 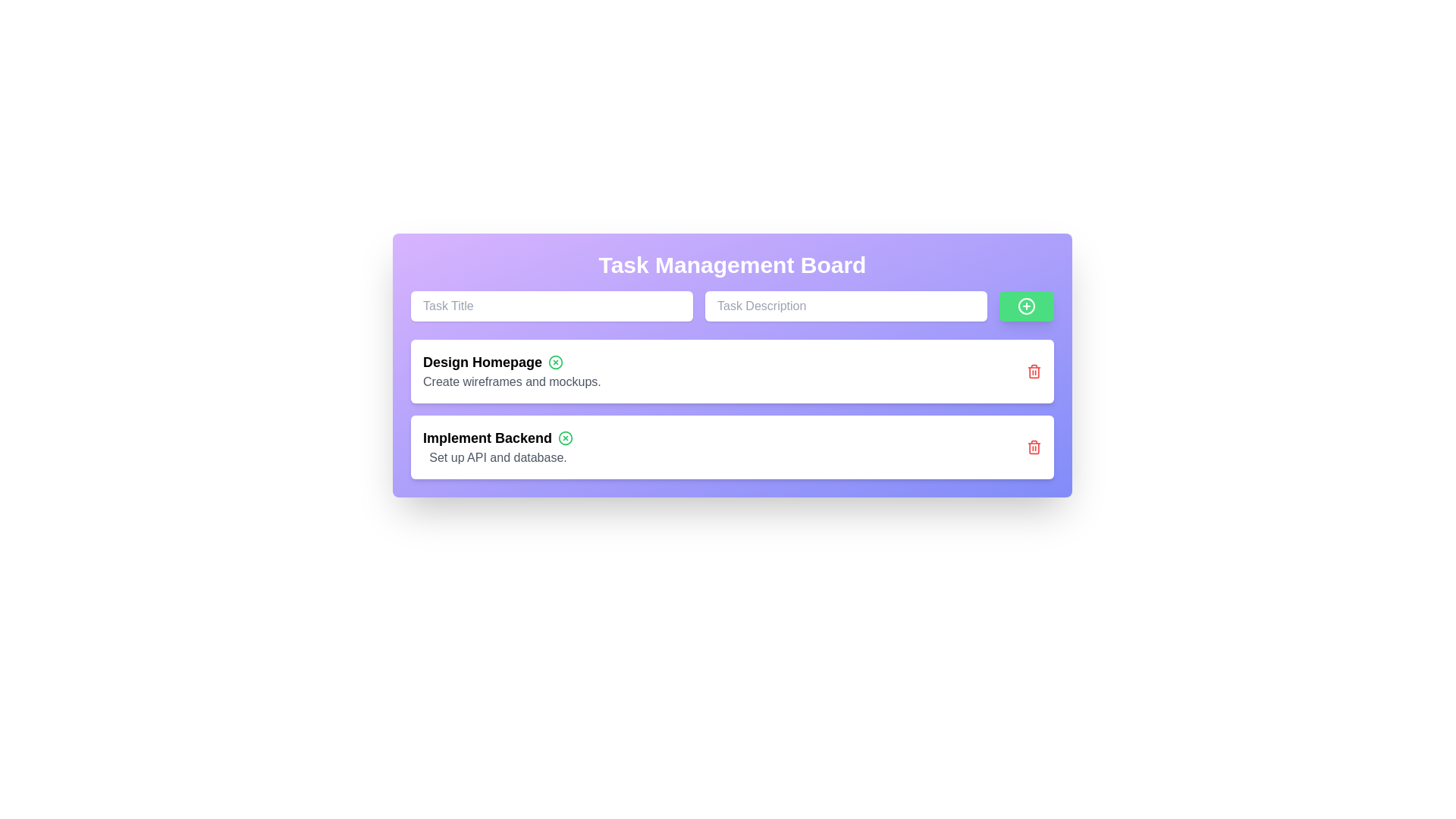 What do you see at coordinates (1033, 447) in the screenshot?
I see `the delete button located at the far right of the 'Implement Backend' task section` at bounding box center [1033, 447].